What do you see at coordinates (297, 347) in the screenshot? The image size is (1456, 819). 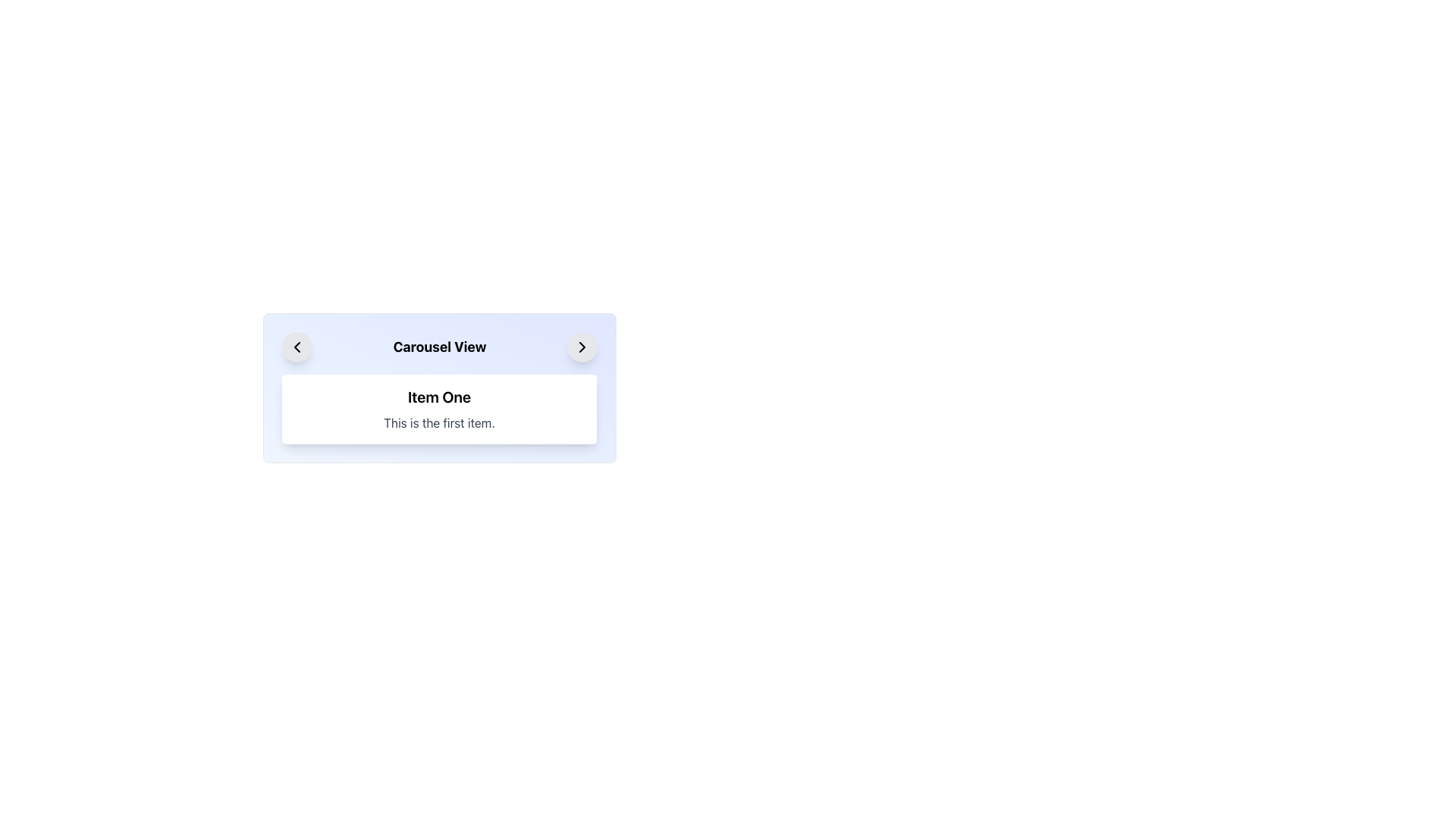 I see `the previous navigation button located on the left side of the header area for the 'Carousel View' section` at bounding box center [297, 347].